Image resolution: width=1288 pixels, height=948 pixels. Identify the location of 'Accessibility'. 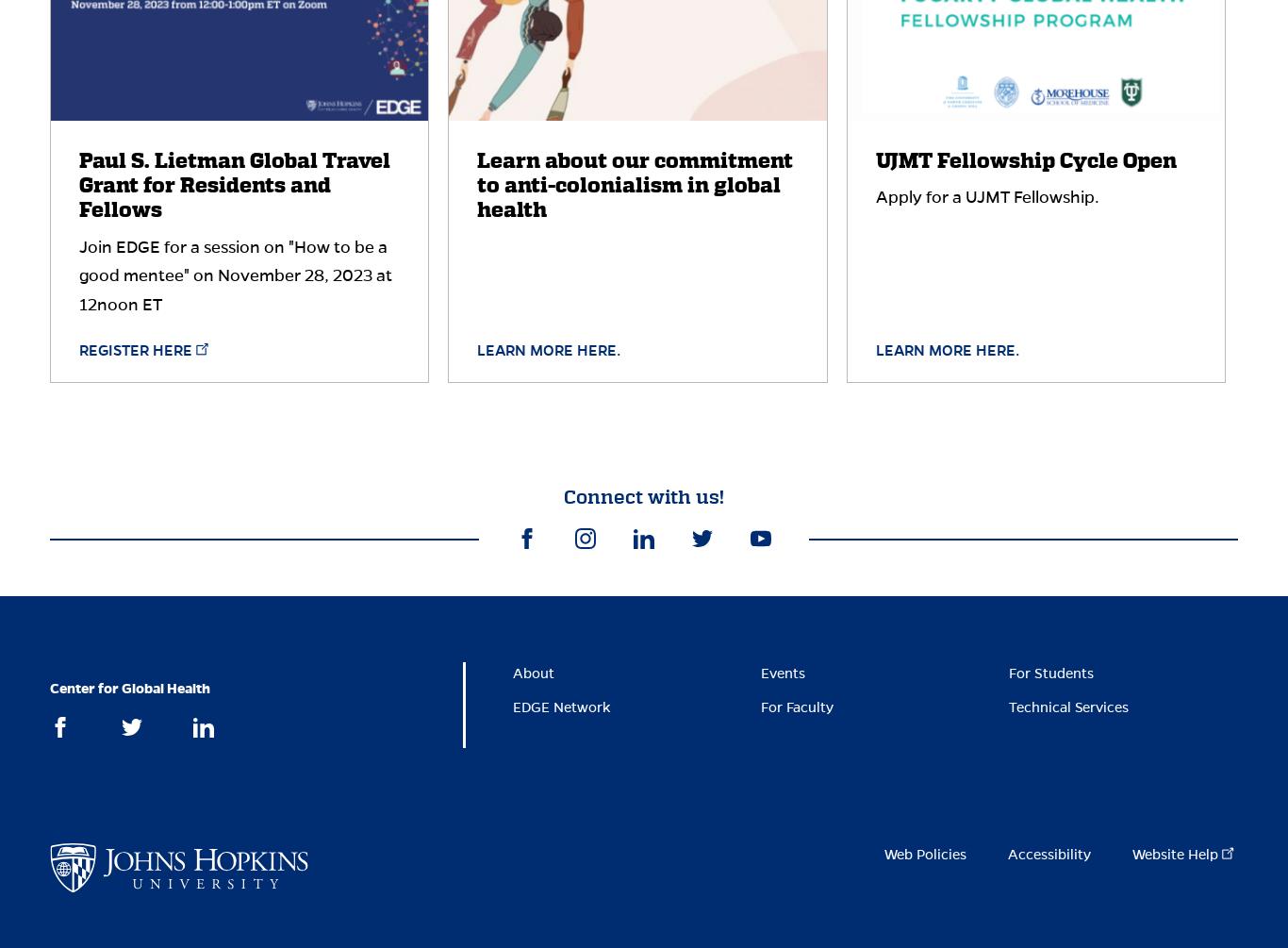
(1048, 854).